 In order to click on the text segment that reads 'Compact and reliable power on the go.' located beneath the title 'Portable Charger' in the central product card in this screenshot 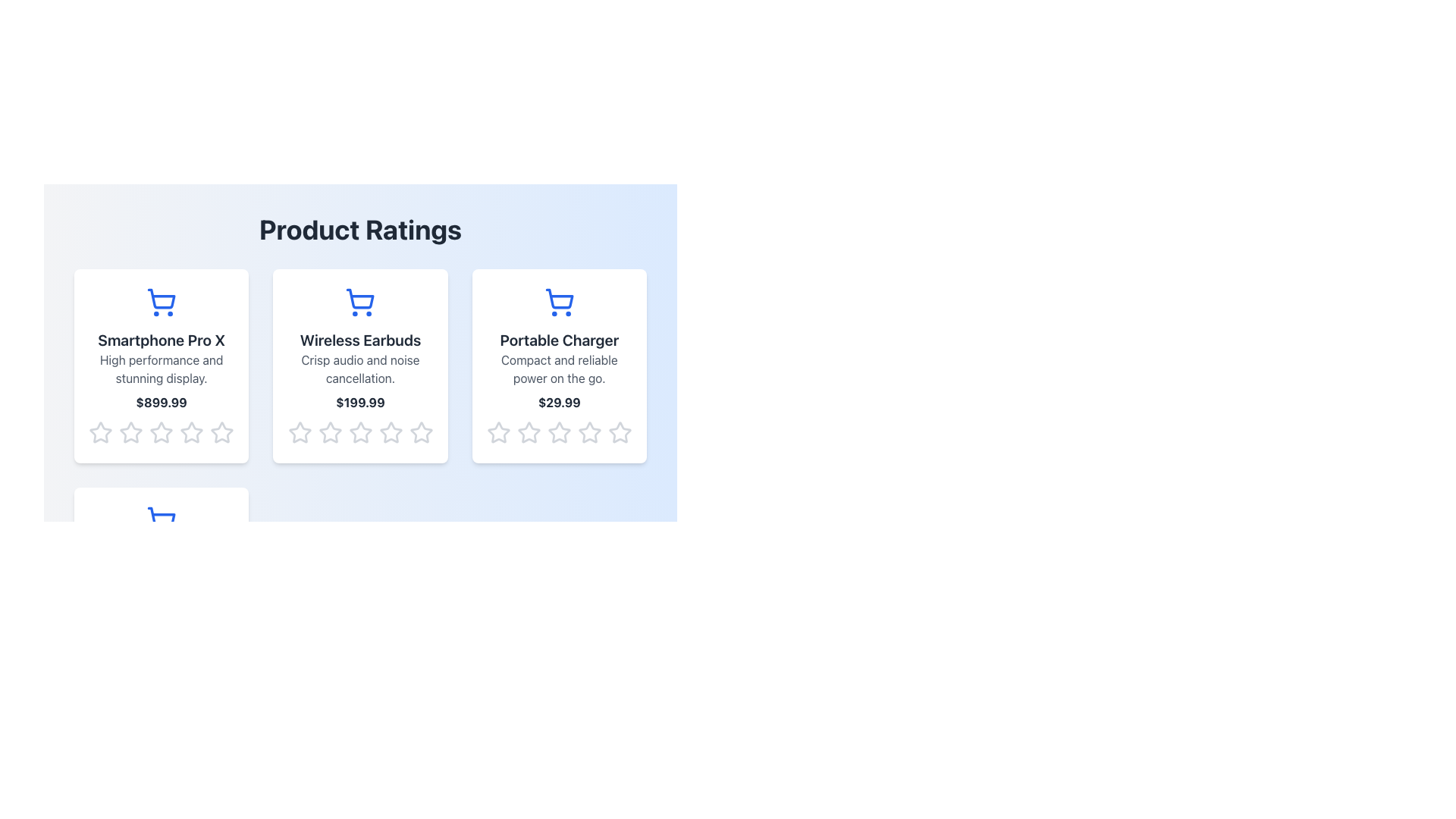, I will do `click(558, 369)`.